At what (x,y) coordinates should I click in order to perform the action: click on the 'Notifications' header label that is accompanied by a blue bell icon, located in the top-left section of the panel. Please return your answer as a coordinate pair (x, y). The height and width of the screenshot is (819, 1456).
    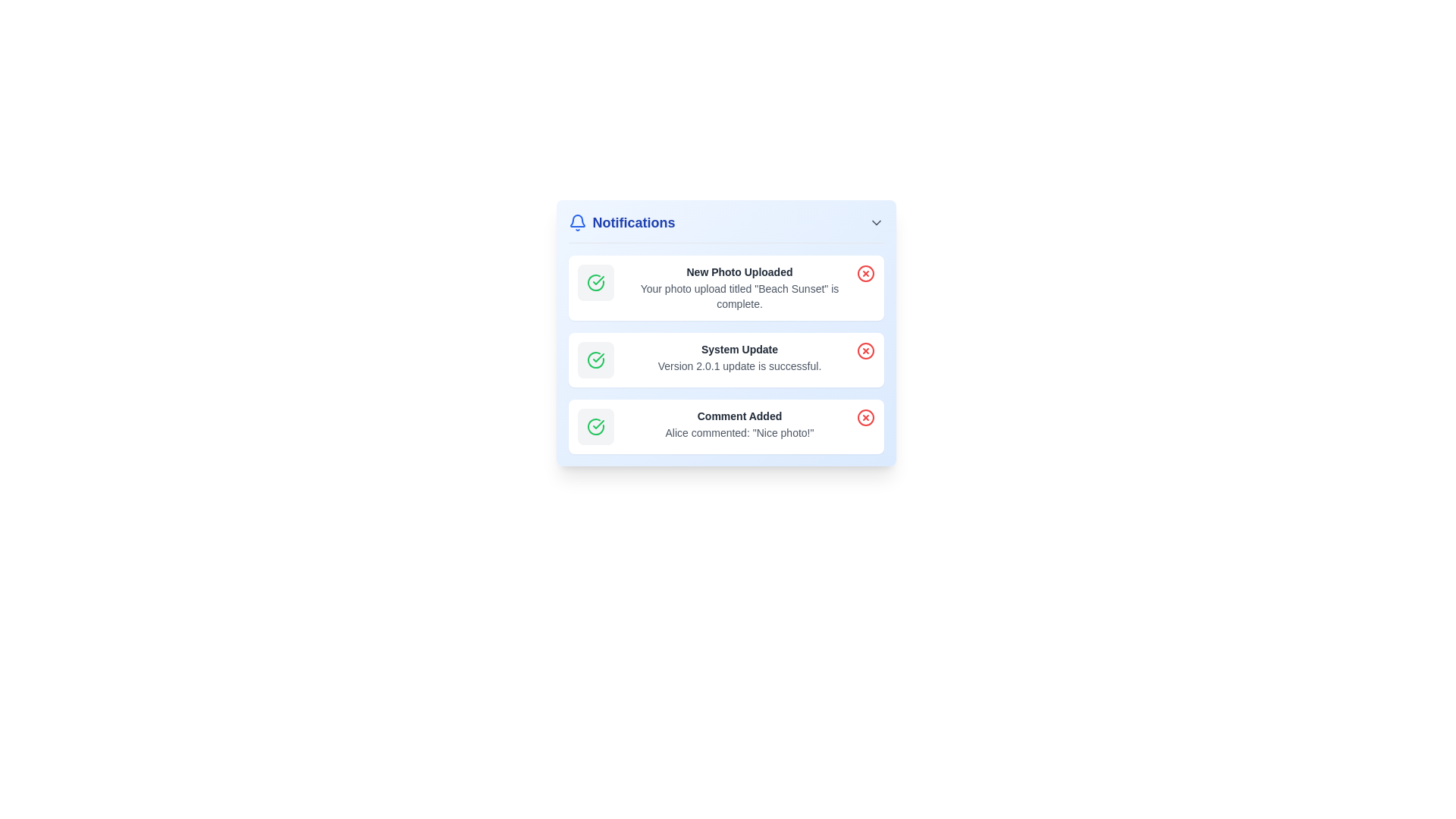
    Looking at the image, I should click on (622, 222).